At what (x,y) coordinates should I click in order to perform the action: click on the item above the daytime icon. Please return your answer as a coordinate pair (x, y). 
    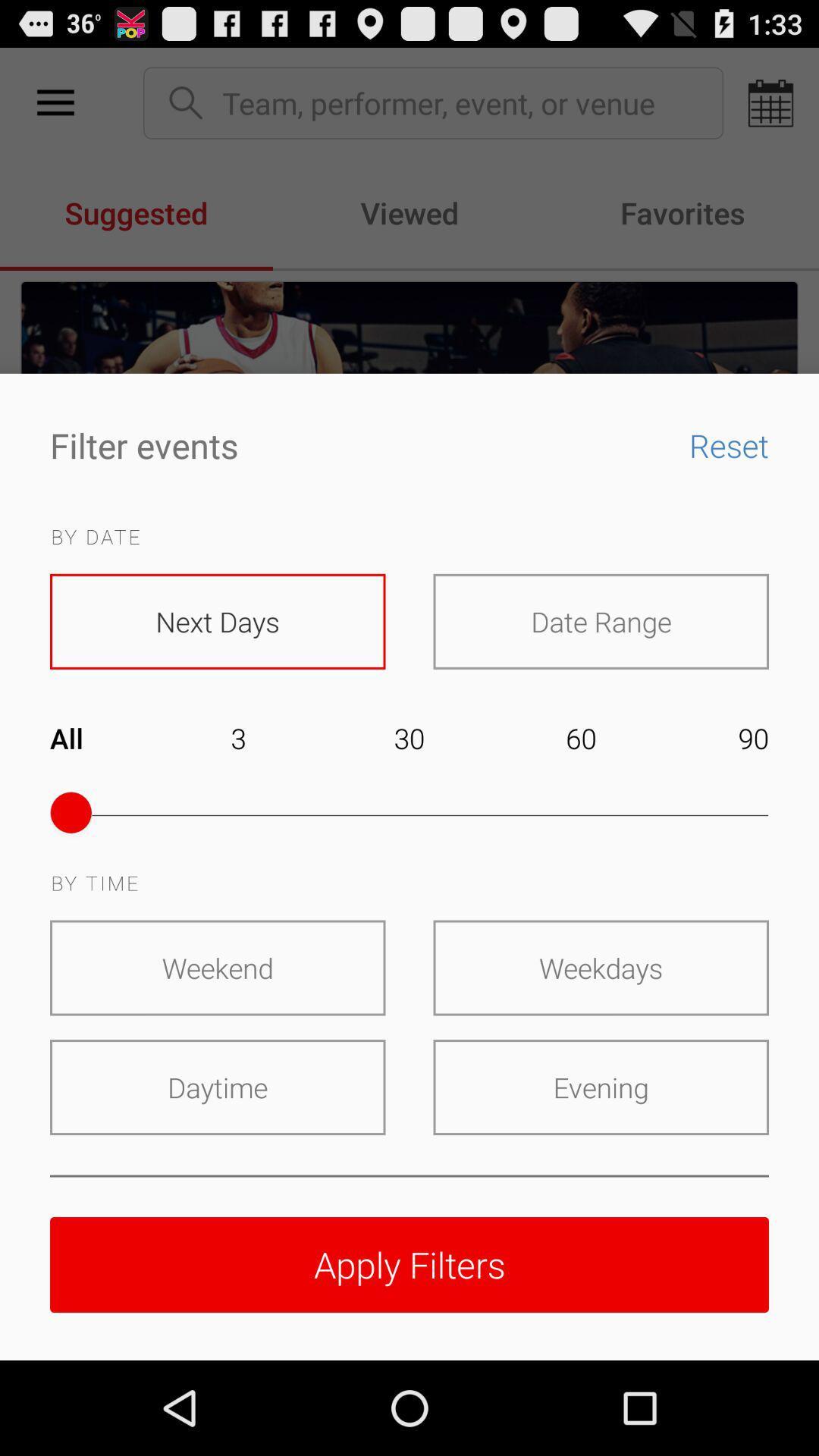
    Looking at the image, I should click on (218, 967).